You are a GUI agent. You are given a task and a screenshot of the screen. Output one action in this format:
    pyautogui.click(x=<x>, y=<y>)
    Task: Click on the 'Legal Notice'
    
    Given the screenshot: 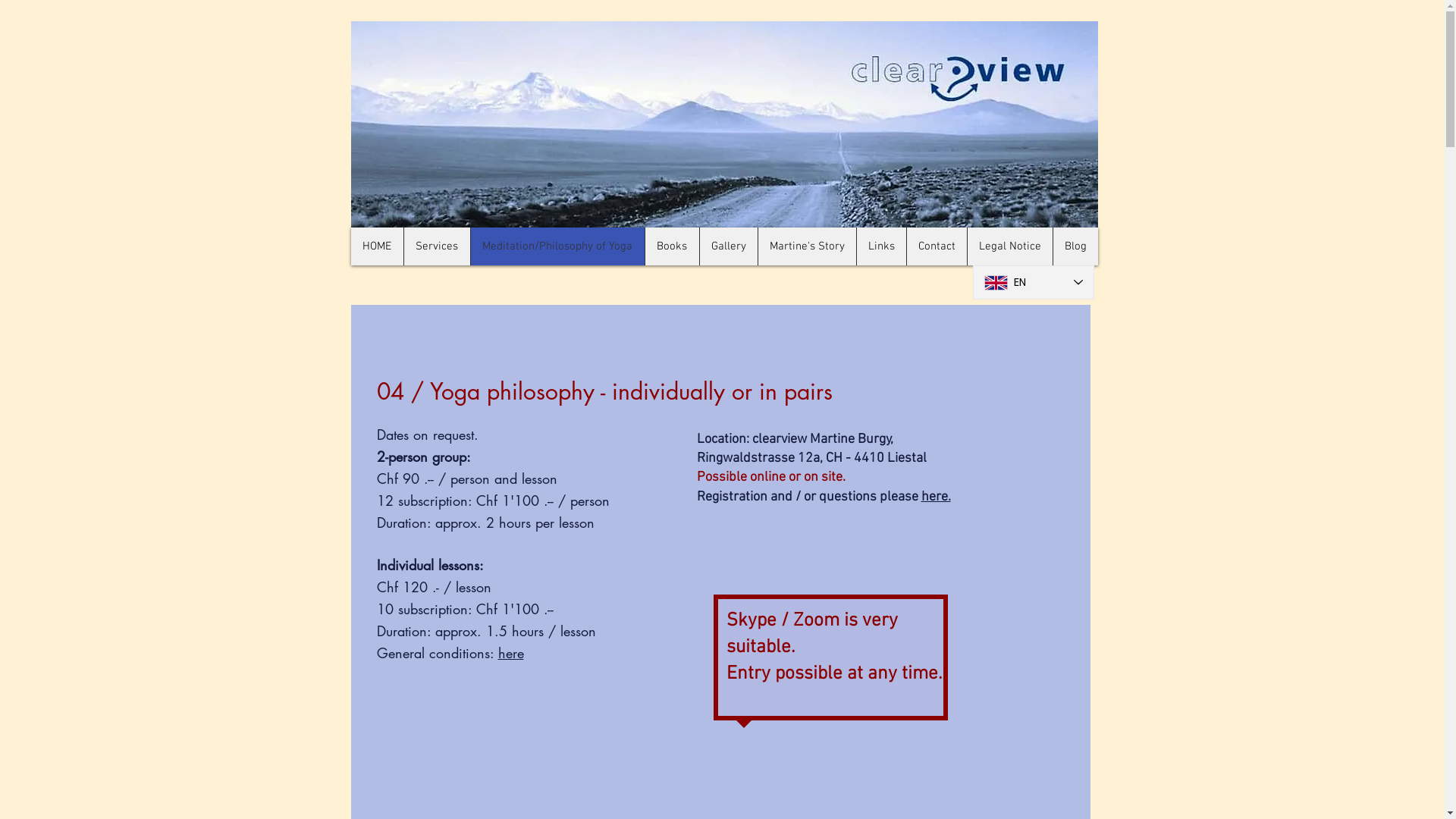 What is the action you would take?
    pyautogui.click(x=1009, y=245)
    